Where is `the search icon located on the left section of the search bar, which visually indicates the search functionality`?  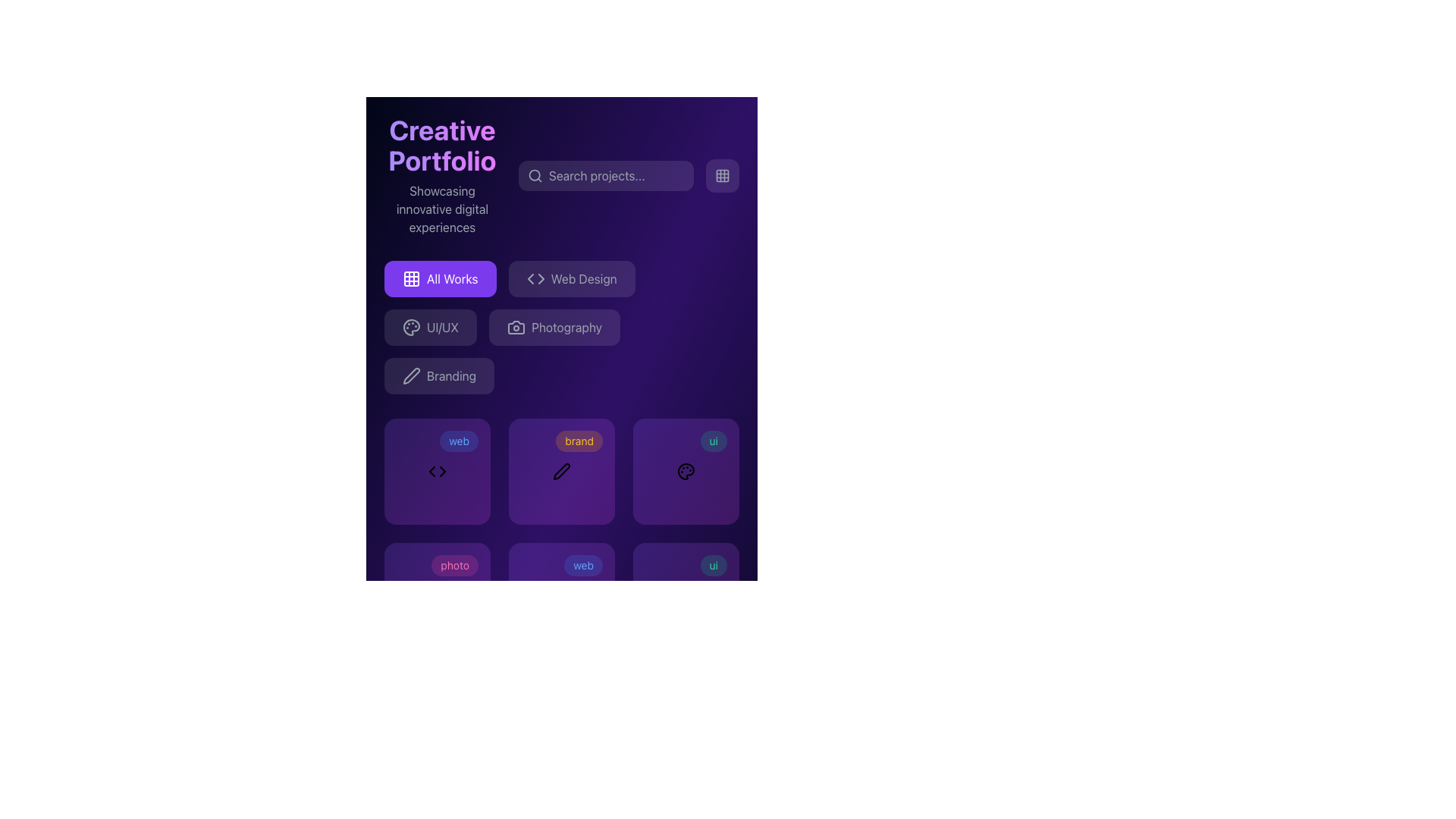
the search icon located on the left section of the search bar, which visually indicates the search functionality is located at coordinates (535, 174).